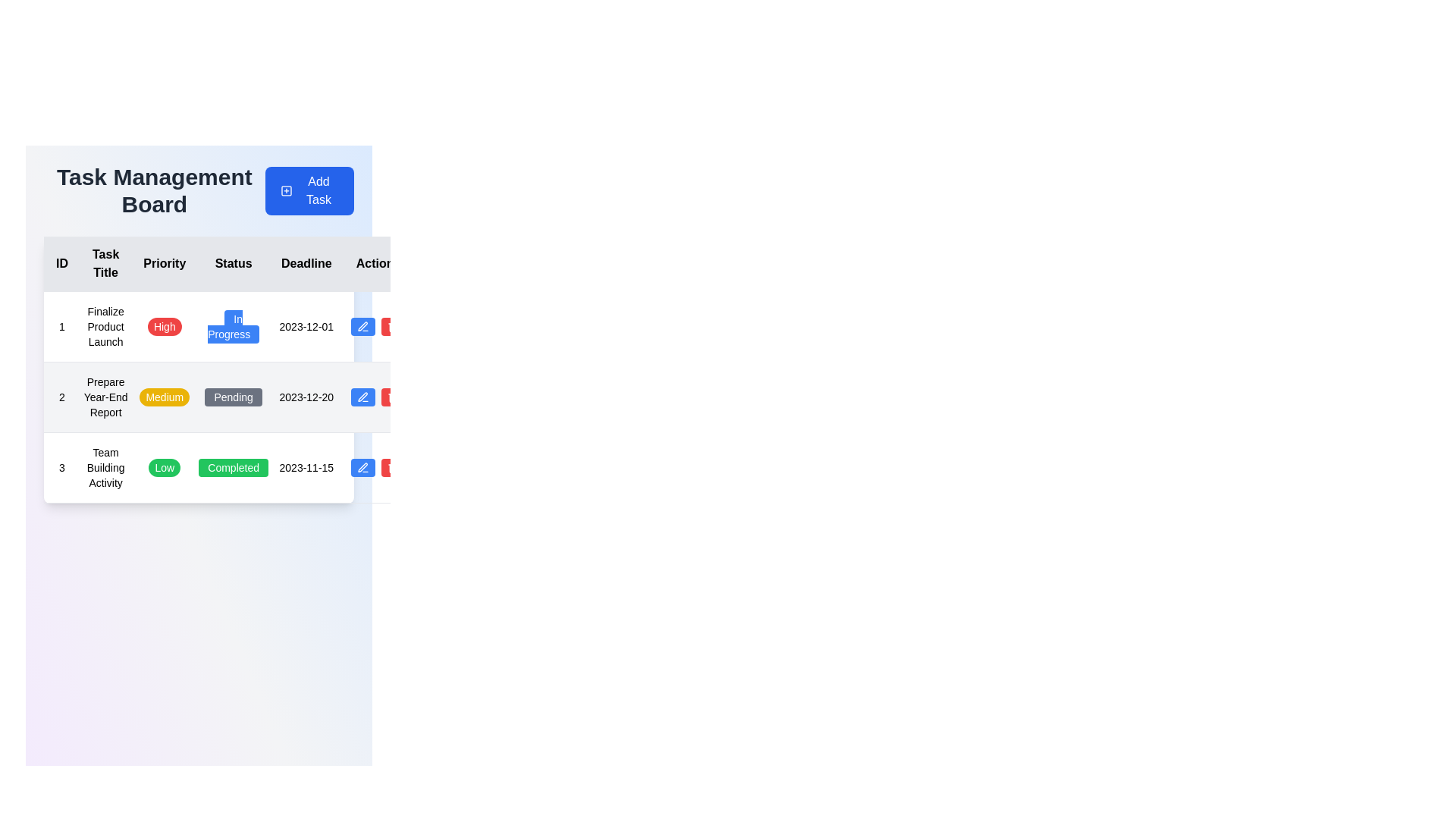 The width and height of the screenshot is (1456, 819). I want to click on the pen icon button next to the 'Action' label for the 'Finalize Product Launch' task, so click(362, 326).